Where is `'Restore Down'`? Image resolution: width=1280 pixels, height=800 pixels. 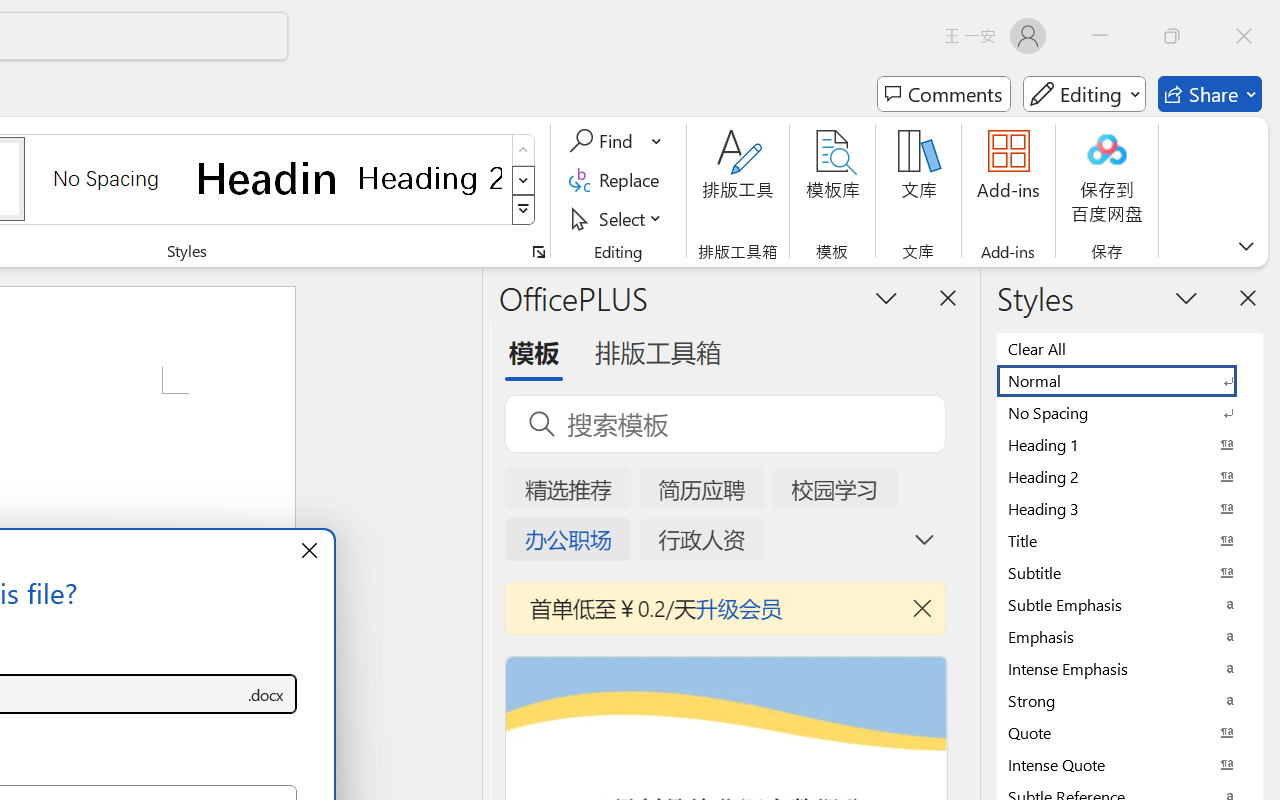
'Restore Down' is located at coordinates (1172, 35).